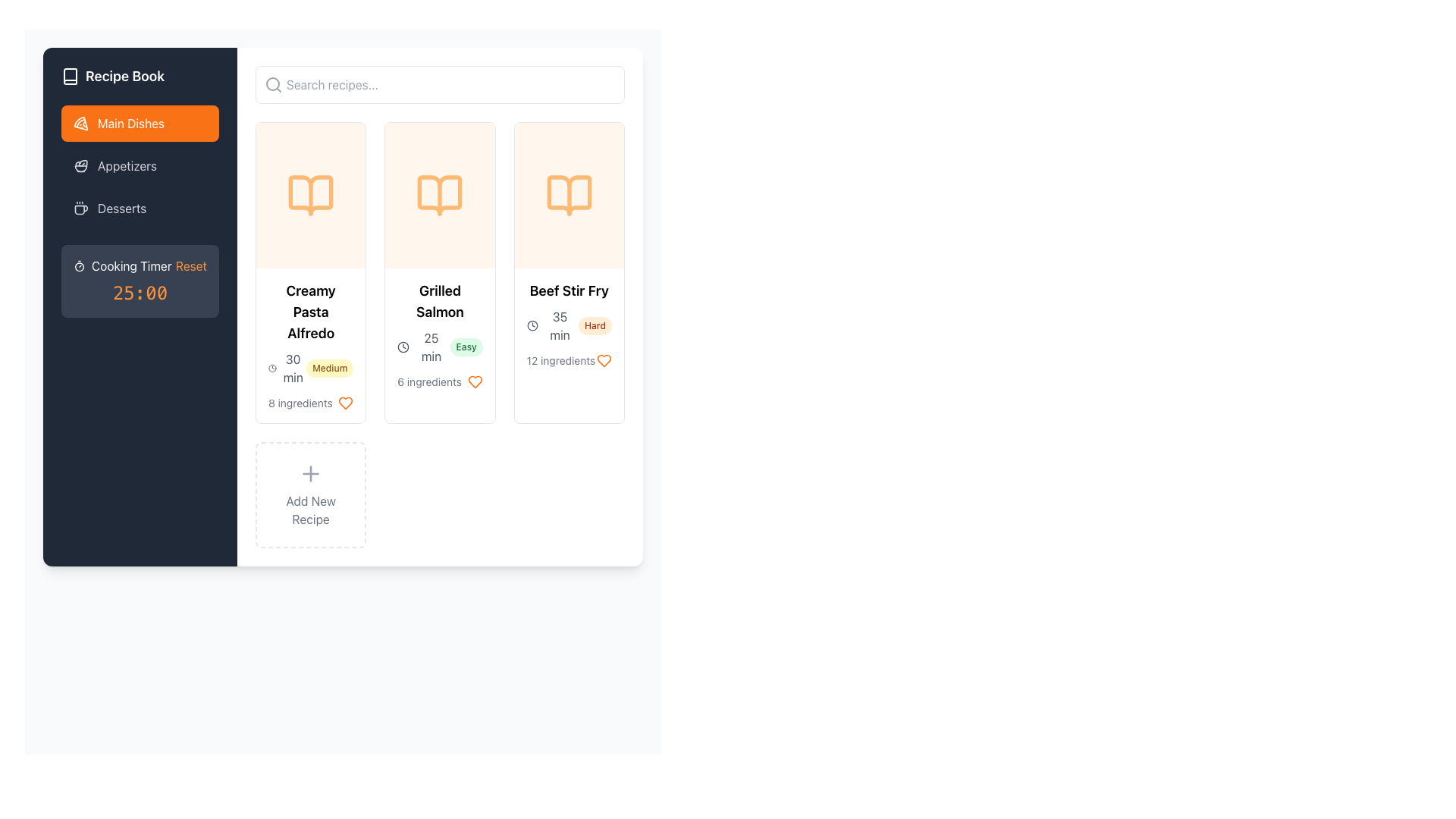  I want to click on the favorite or like icon button located to the right of the '8 ingredients' text, which allows users to mark a recipe as favorite, so click(345, 403).